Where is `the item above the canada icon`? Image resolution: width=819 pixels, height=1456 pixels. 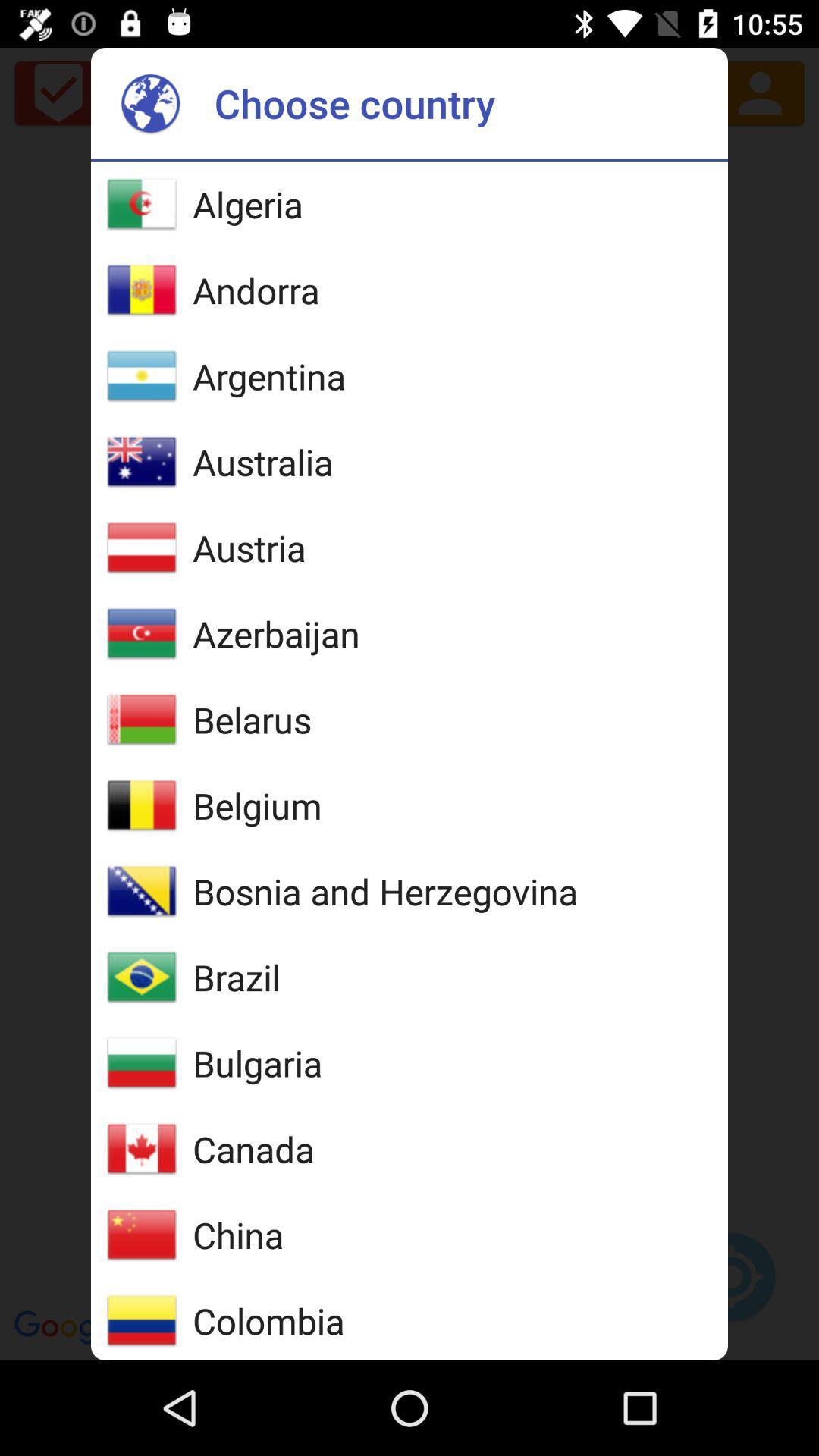 the item above the canada icon is located at coordinates (256, 1062).